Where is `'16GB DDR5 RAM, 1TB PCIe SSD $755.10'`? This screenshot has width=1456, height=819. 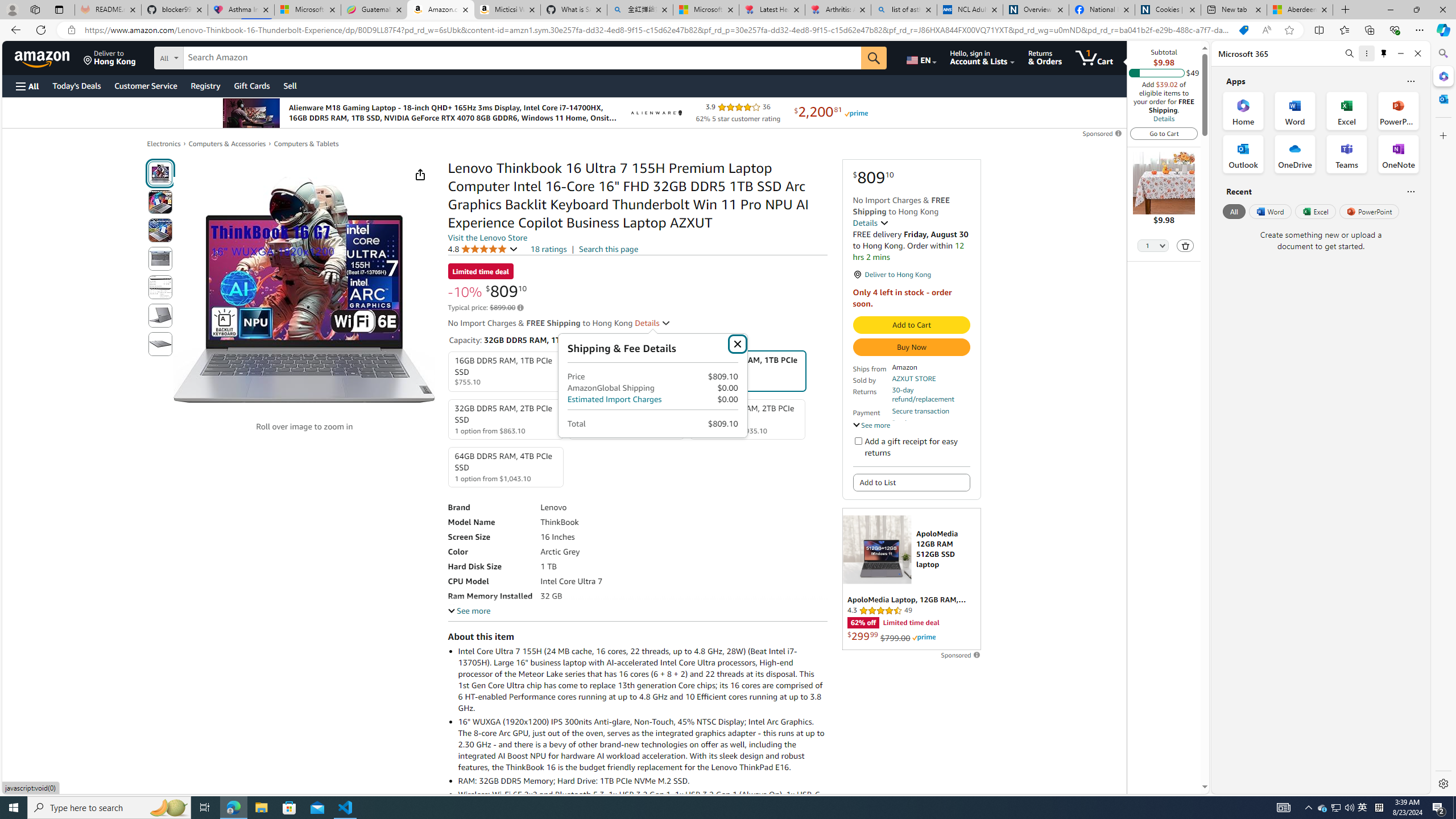 '16GB DDR5 RAM, 1TB PCIe SSD $755.10' is located at coordinates (505, 371).